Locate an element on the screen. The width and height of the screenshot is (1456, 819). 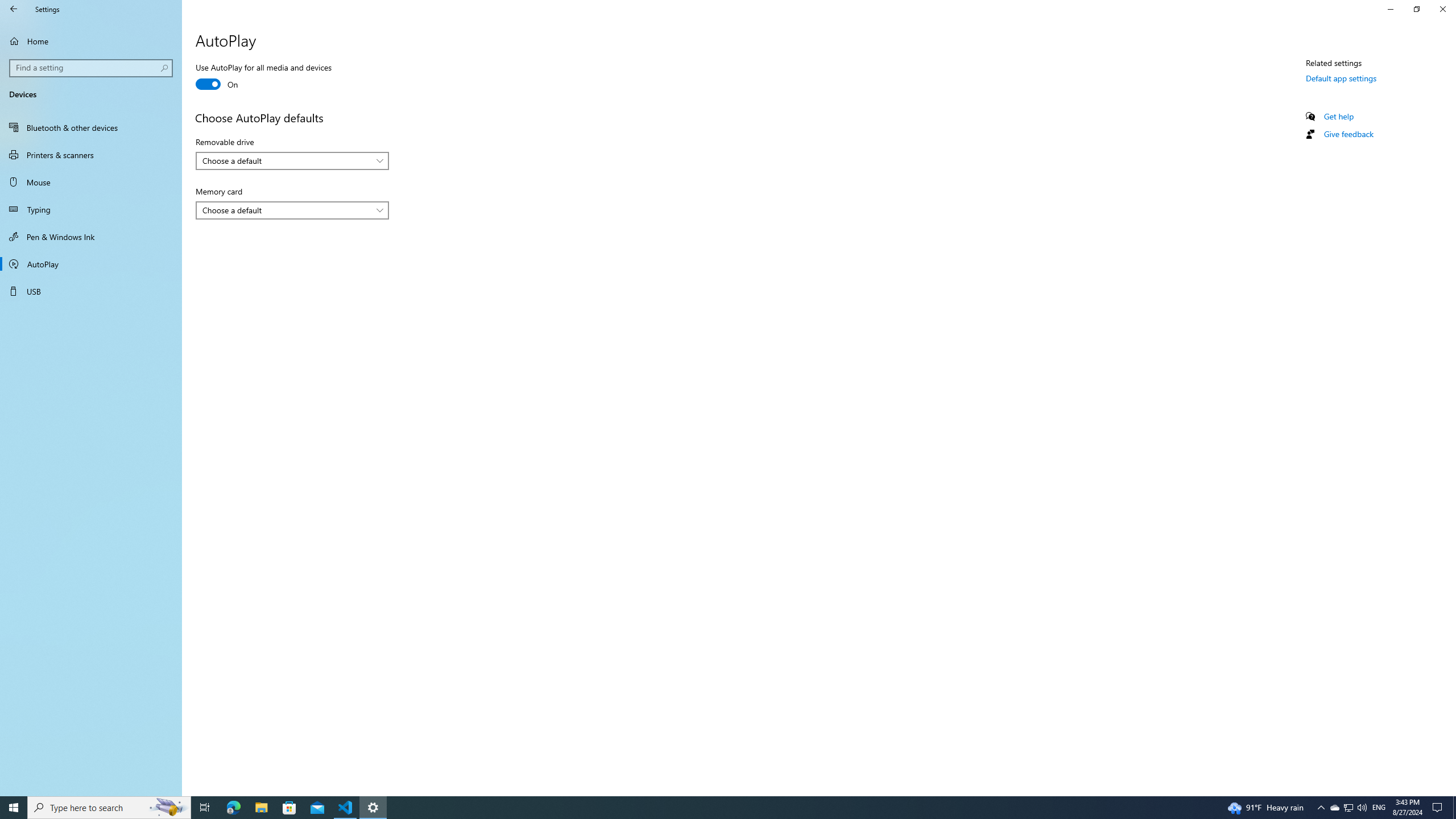
'USB' is located at coordinates (90, 290).